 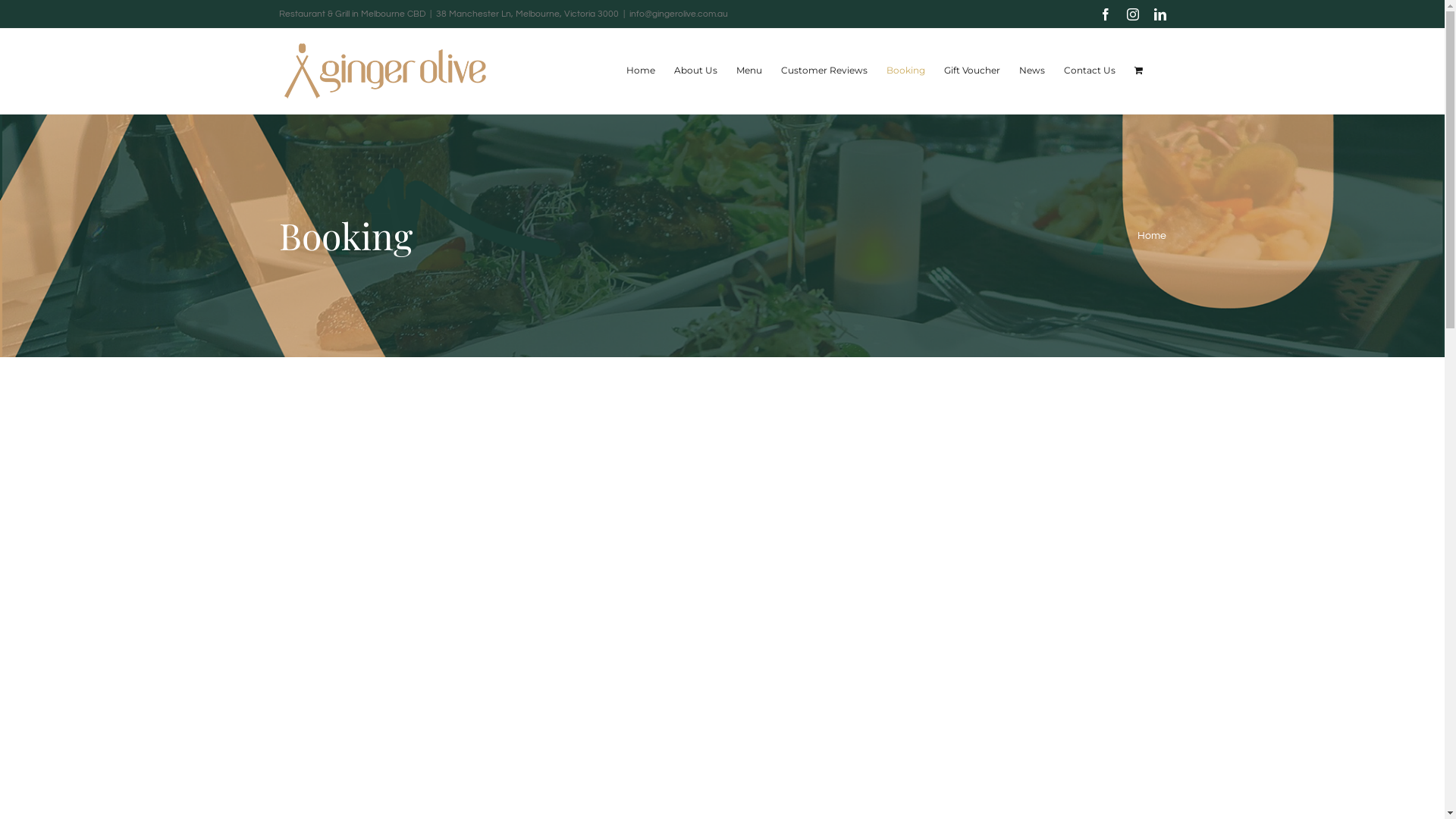 I want to click on 'info@gingerolive.com.au', so click(x=629, y=14).